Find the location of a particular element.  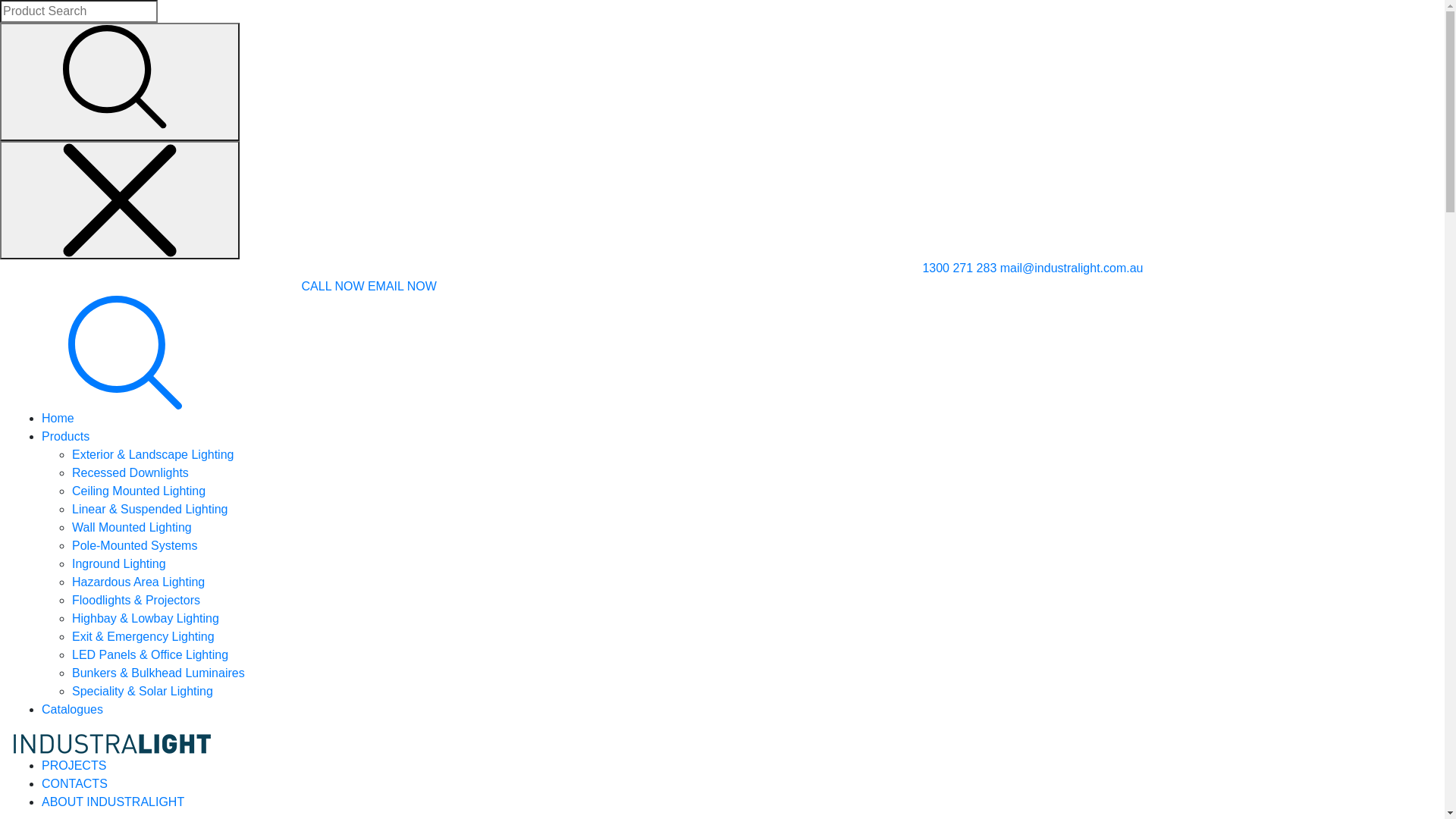

'Wall Mounted Lighting' is located at coordinates (131, 526).